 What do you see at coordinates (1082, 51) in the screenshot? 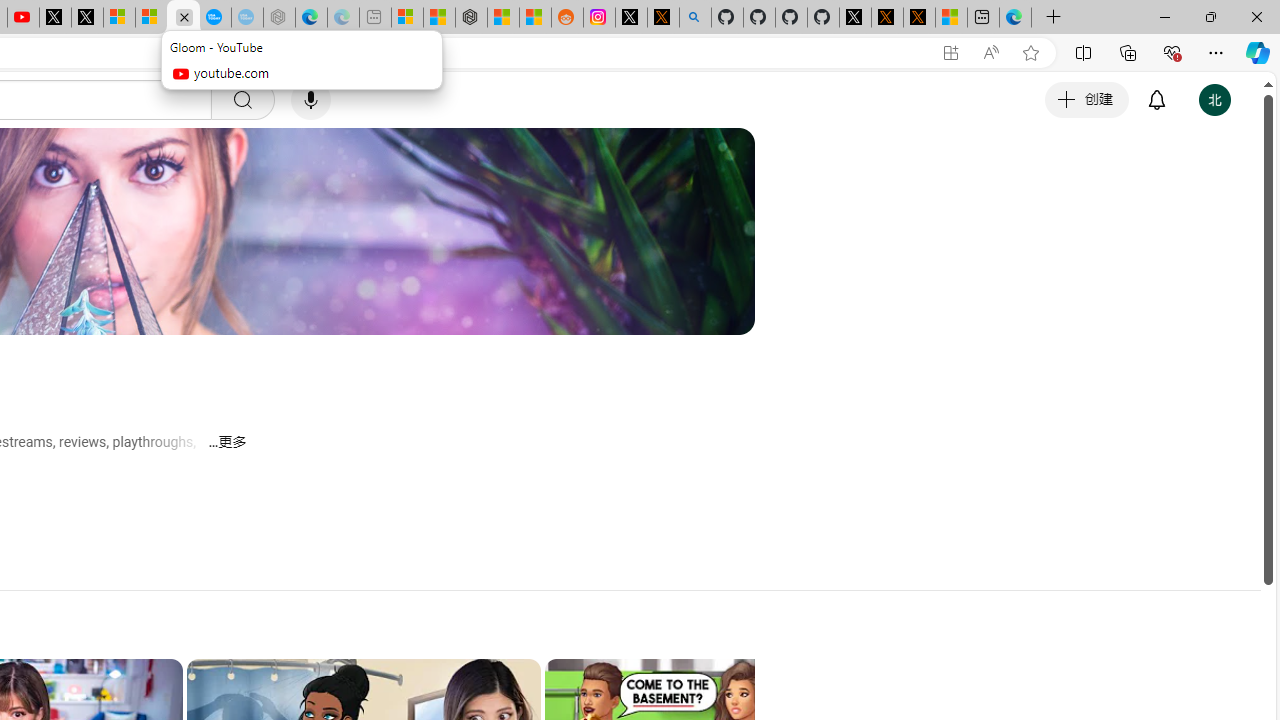
I see `'Split screen'` at bounding box center [1082, 51].